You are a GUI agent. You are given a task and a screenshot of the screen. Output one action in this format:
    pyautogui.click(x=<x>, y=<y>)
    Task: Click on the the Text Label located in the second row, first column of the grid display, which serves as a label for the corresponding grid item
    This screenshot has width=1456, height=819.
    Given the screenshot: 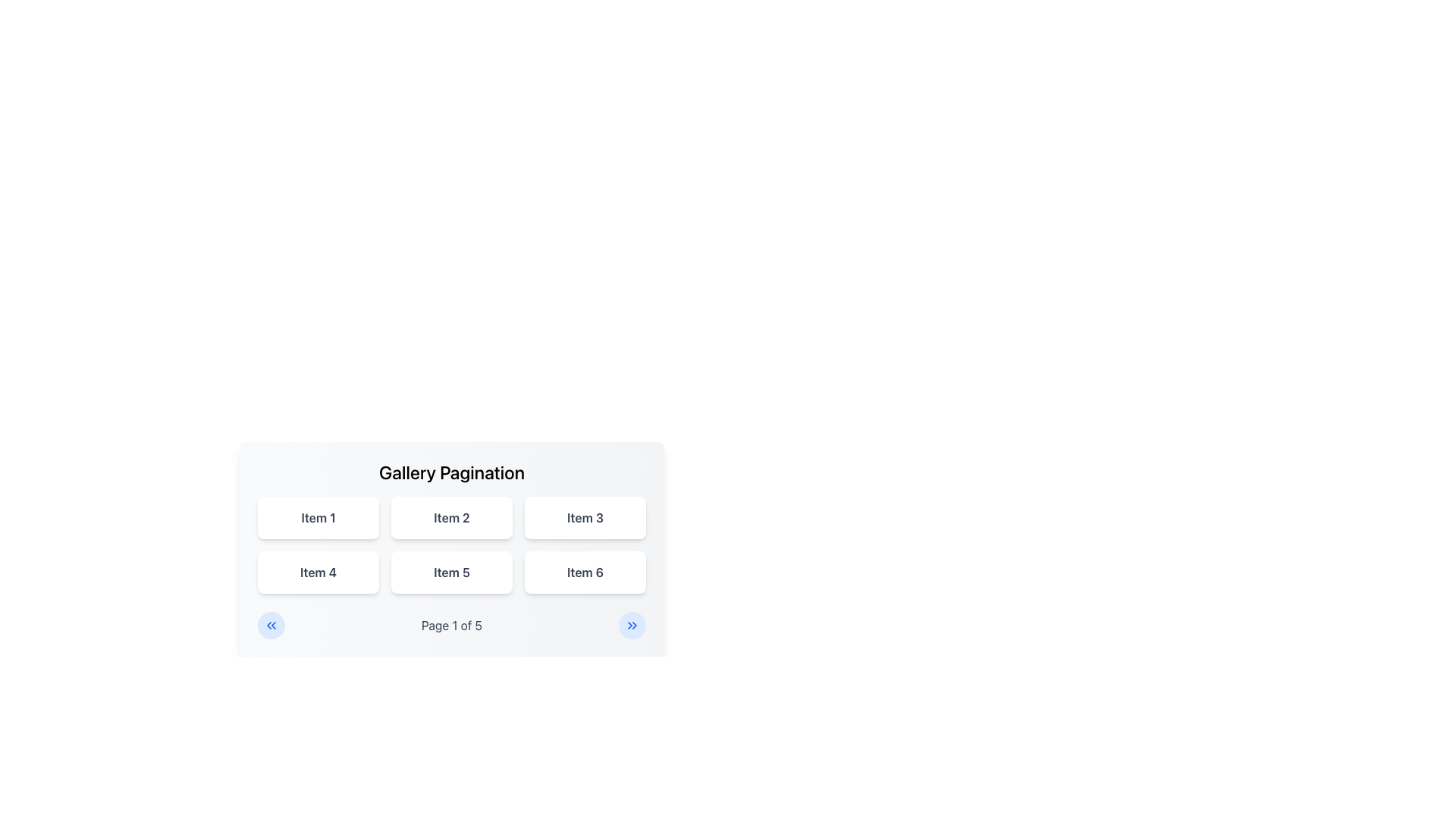 What is the action you would take?
    pyautogui.click(x=318, y=573)
    